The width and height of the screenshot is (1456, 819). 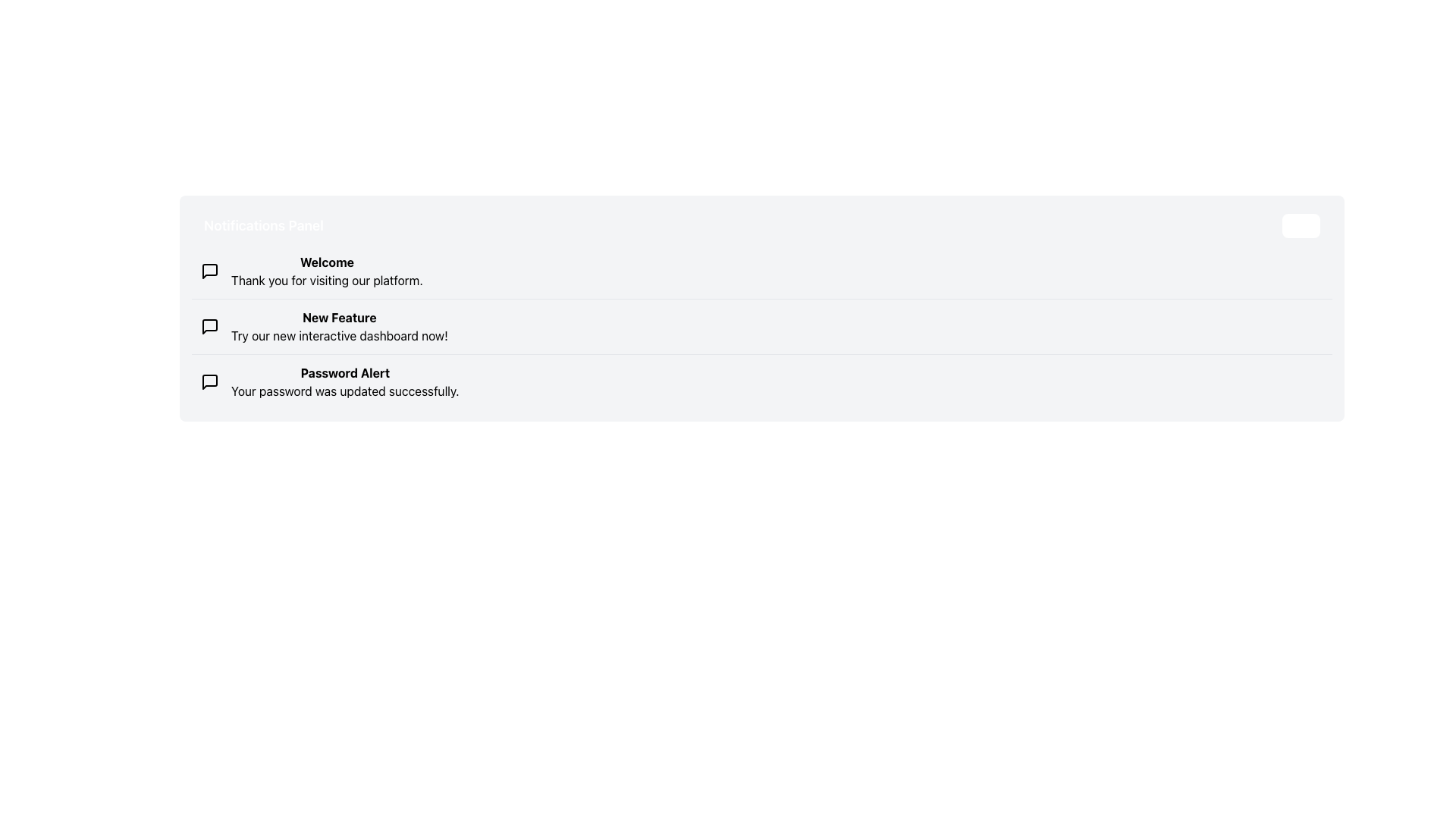 I want to click on the 'Password Alert' notification title, which is displayed in bold font at the top of the notification message indicating a successful password update, so click(x=344, y=373).